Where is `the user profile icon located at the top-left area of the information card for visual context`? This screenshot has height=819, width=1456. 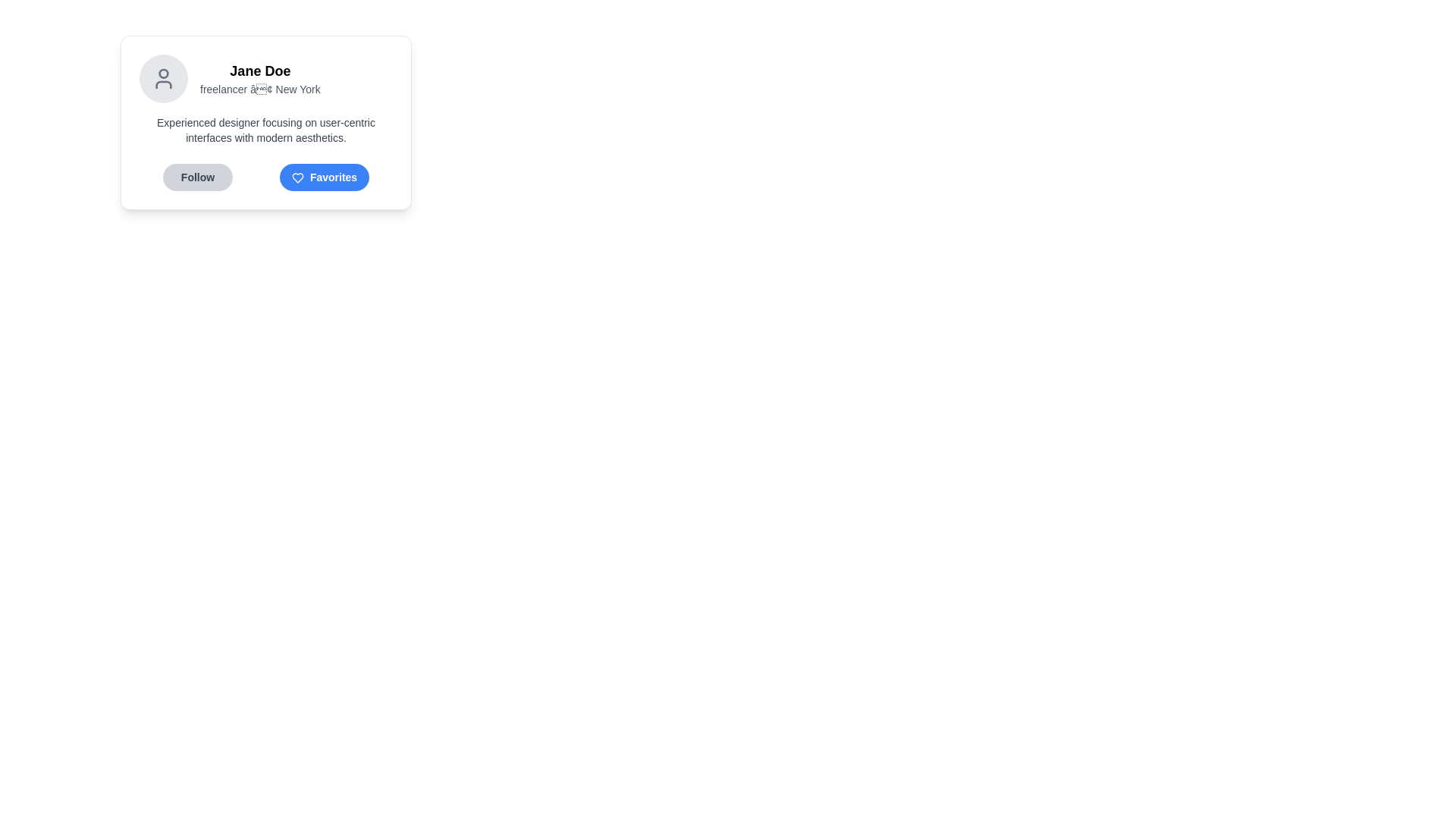
the user profile icon located at the top-left area of the information card for visual context is located at coordinates (164, 79).